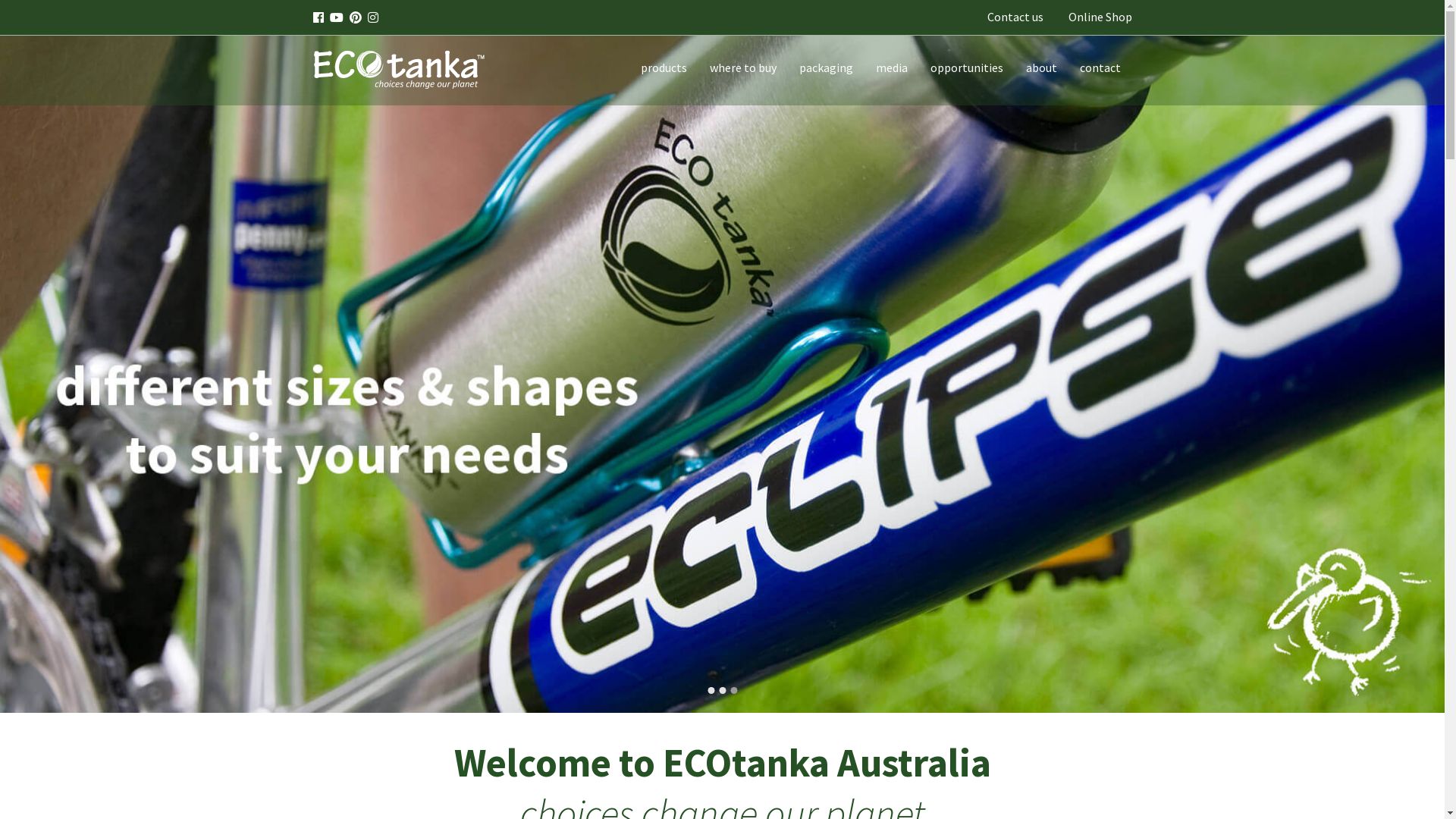  Describe the element at coordinates (334, 17) in the screenshot. I see `'youtube'` at that location.